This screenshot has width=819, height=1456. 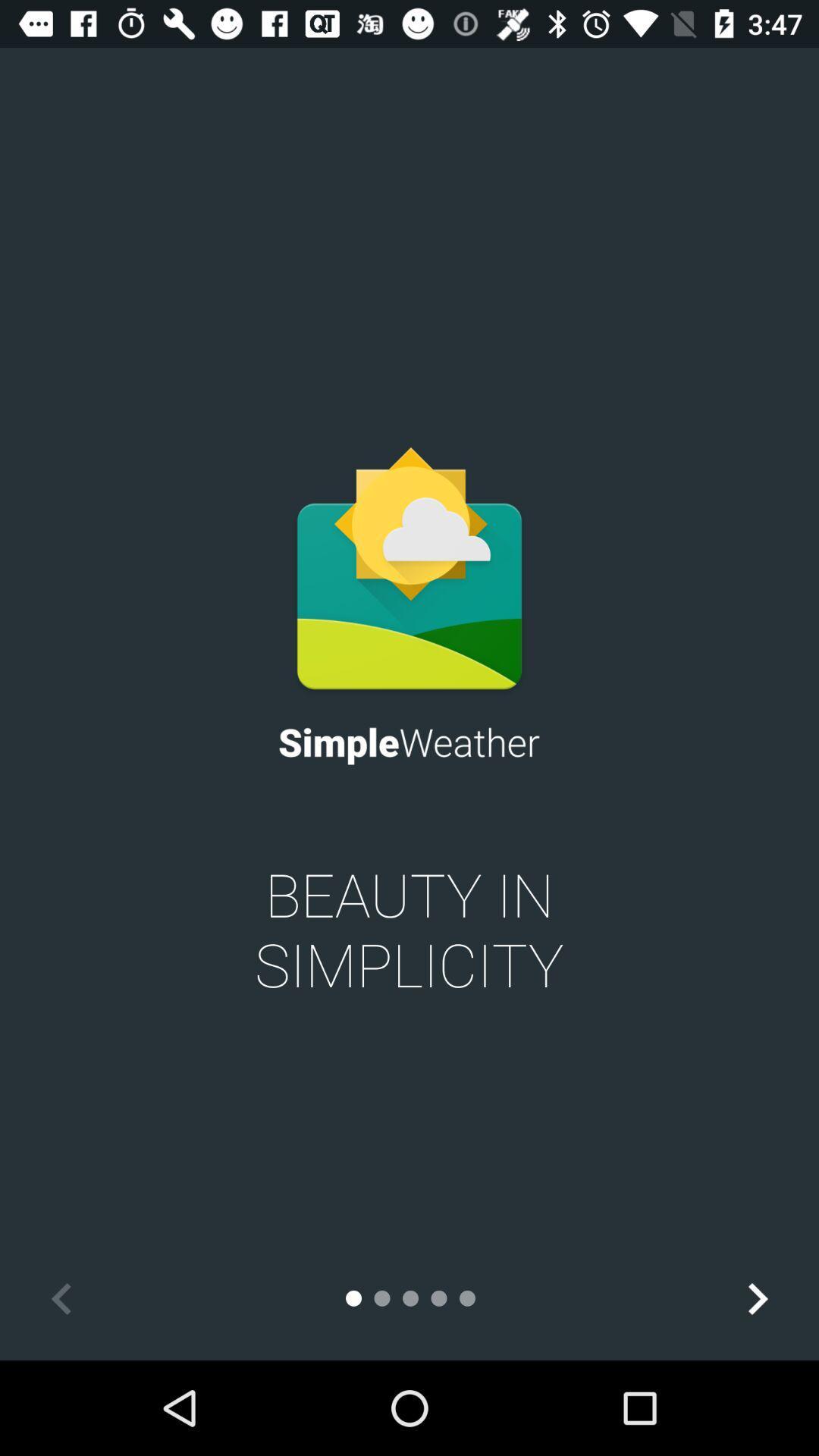 I want to click on the icon at the bottom right corner, so click(x=757, y=1298).